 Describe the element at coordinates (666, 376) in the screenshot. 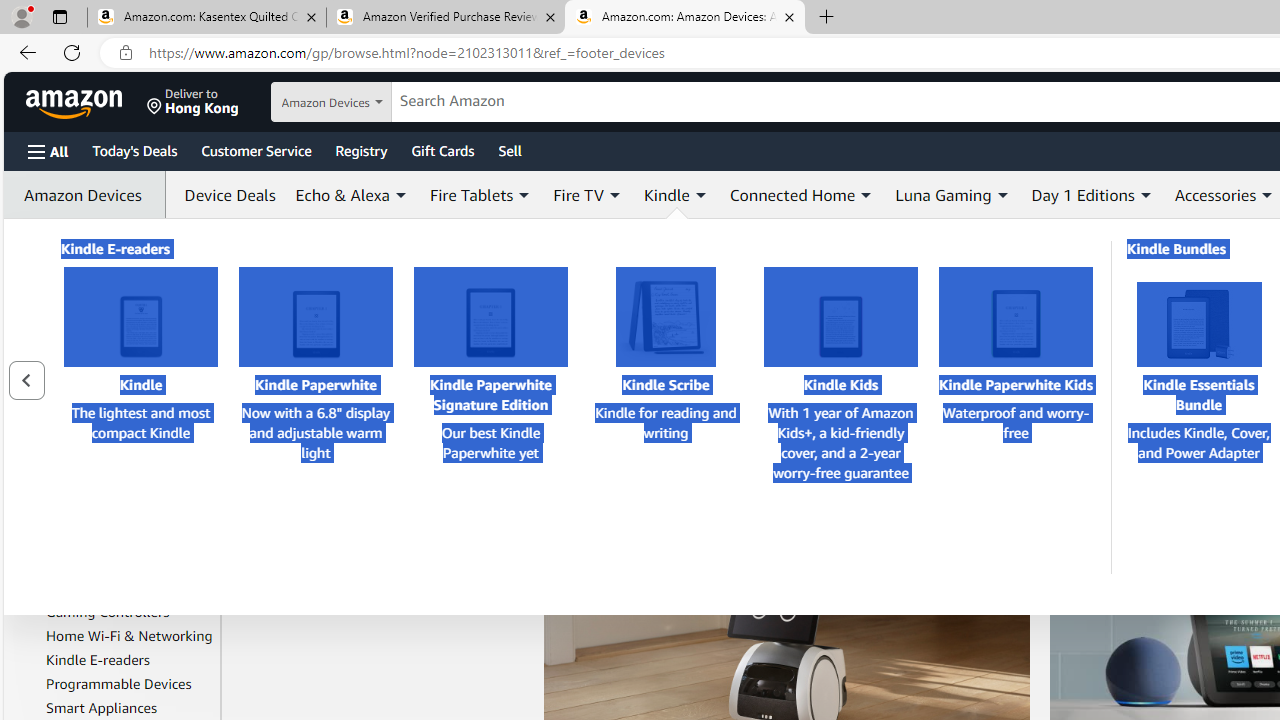

I see `'Kindle Scribe Kindle Scribe Kindle for reading and writing'` at that location.